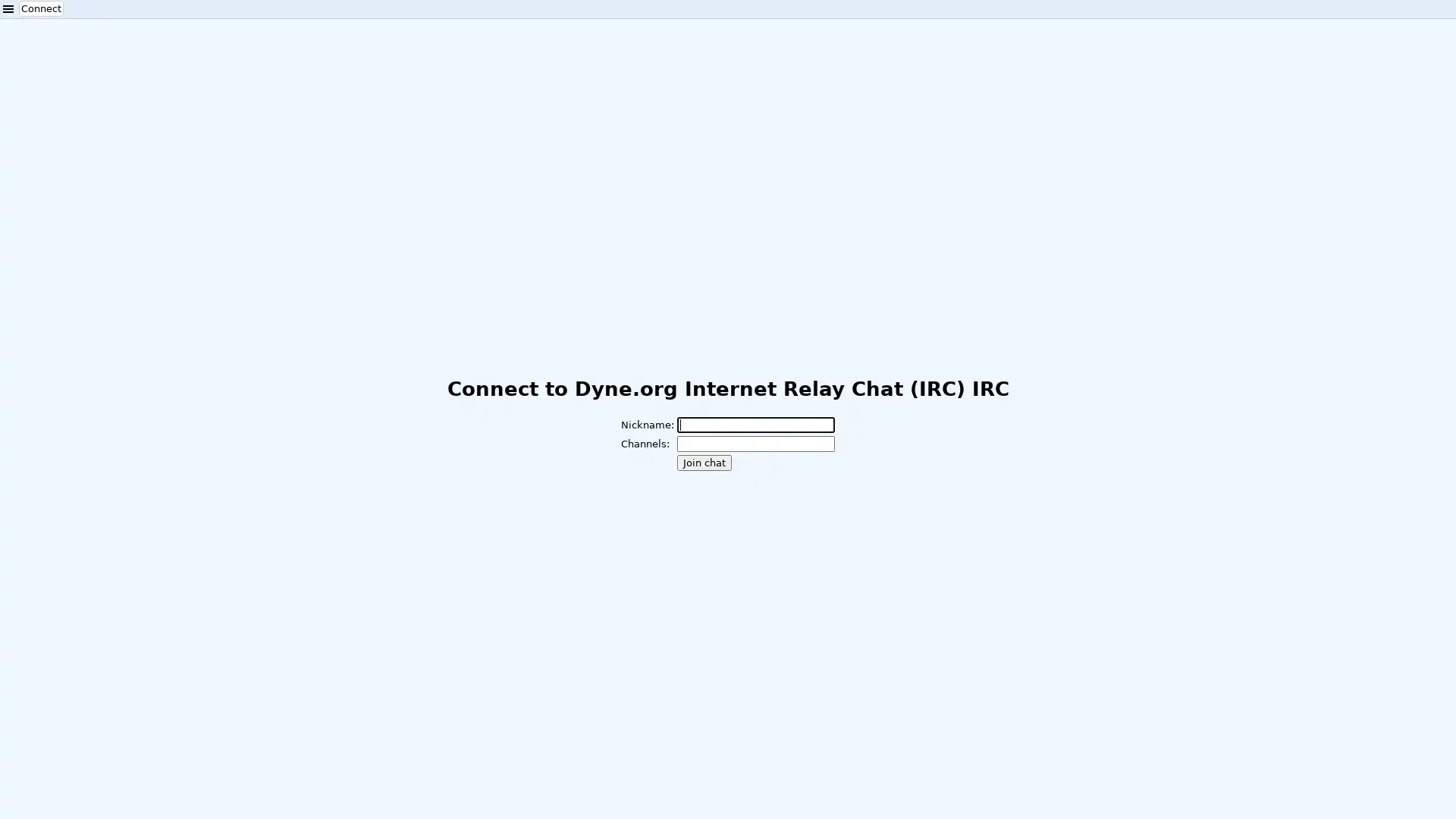 This screenshot has width=1456, height=819. Describe the element at coordinates (704, 462) in the screenshot. I see `Join chat` at that location.